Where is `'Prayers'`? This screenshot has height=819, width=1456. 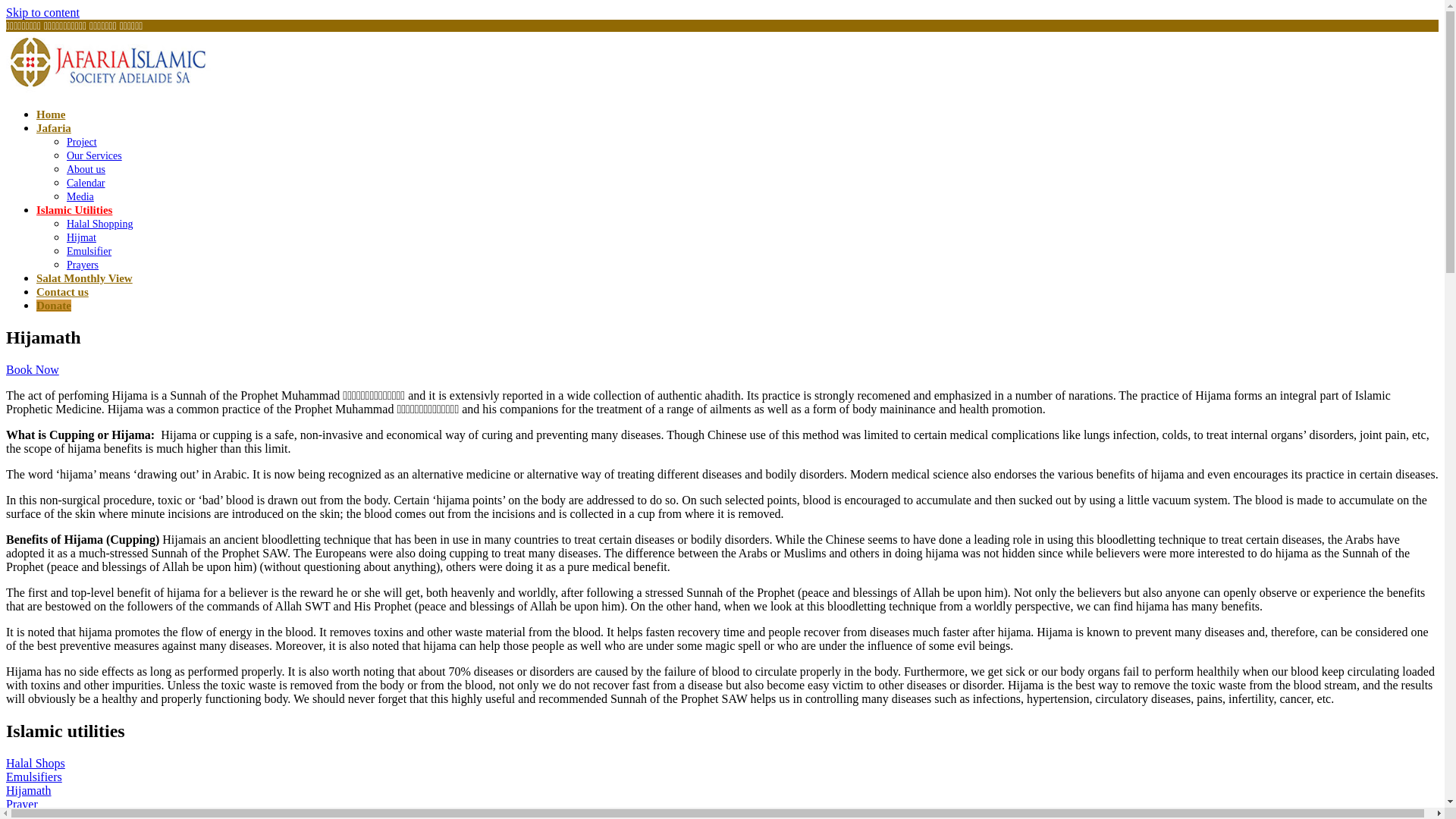 'Prayers' is located at coordinates (82, 264).